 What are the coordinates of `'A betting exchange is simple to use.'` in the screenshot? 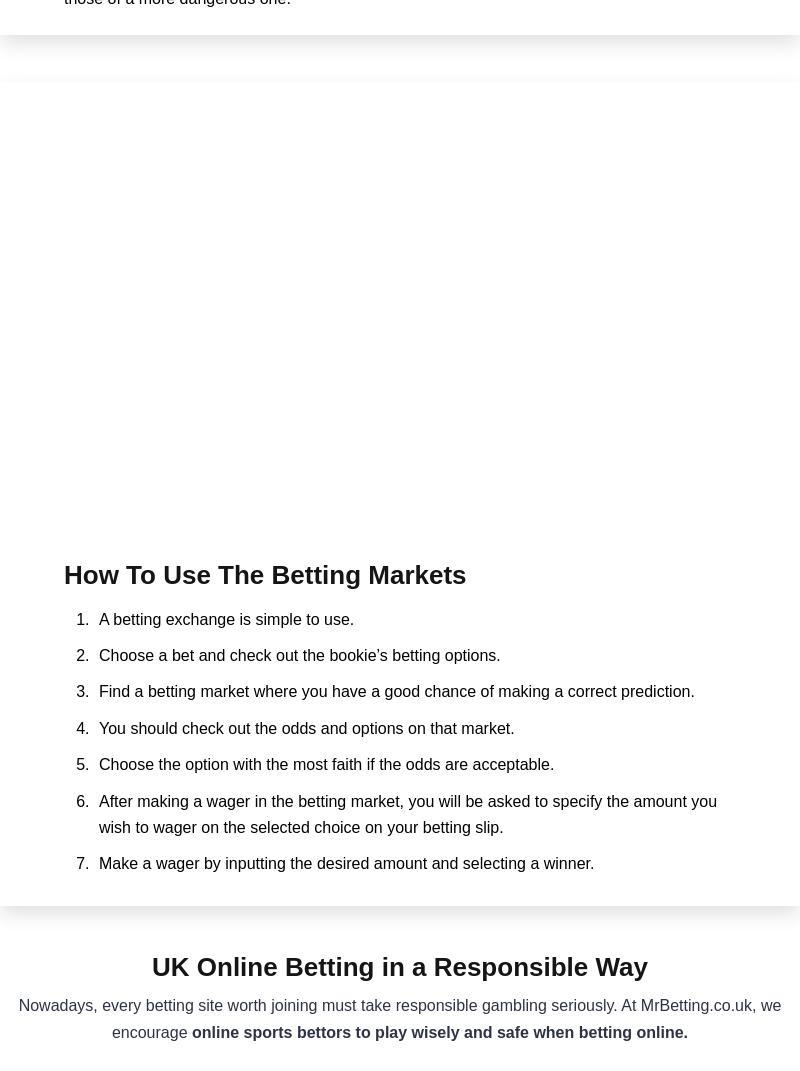 It's located at (226, 617).